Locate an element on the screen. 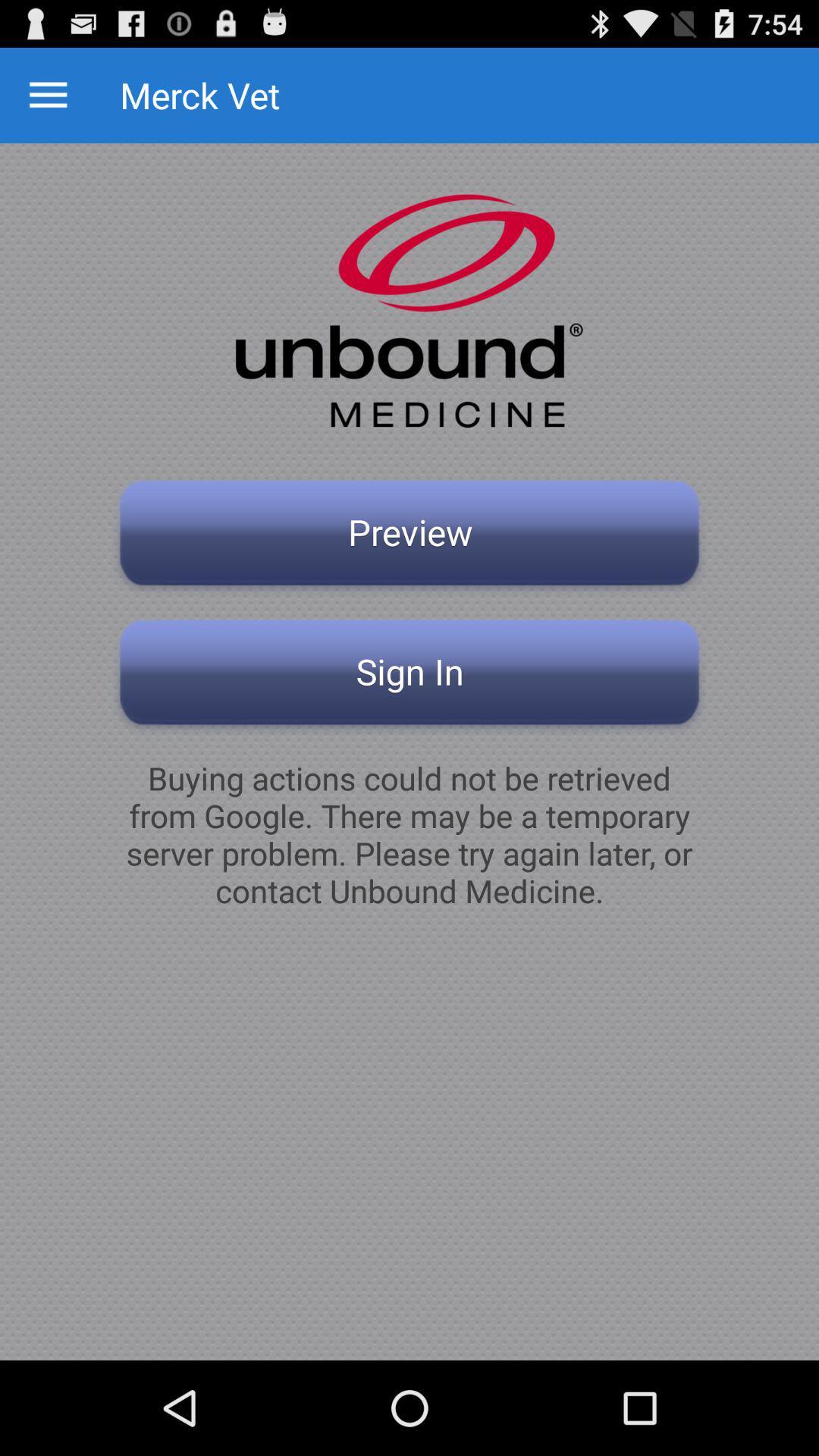 The image size is (819, 1456). the preview icon is located at coordinates (409, 537).